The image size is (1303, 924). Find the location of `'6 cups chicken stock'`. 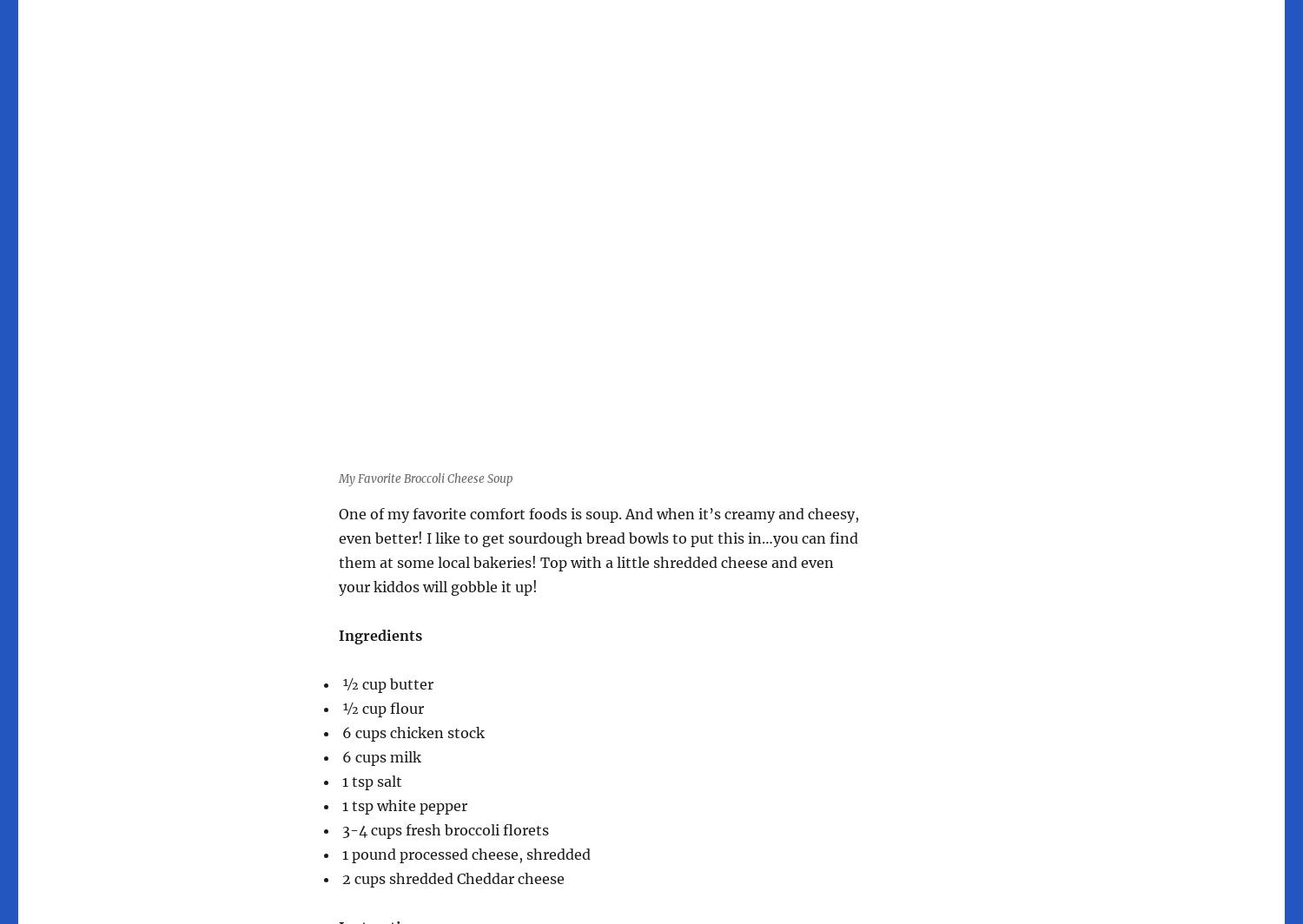

'6 cups chicken stock' is located at coordinates (411, 732).